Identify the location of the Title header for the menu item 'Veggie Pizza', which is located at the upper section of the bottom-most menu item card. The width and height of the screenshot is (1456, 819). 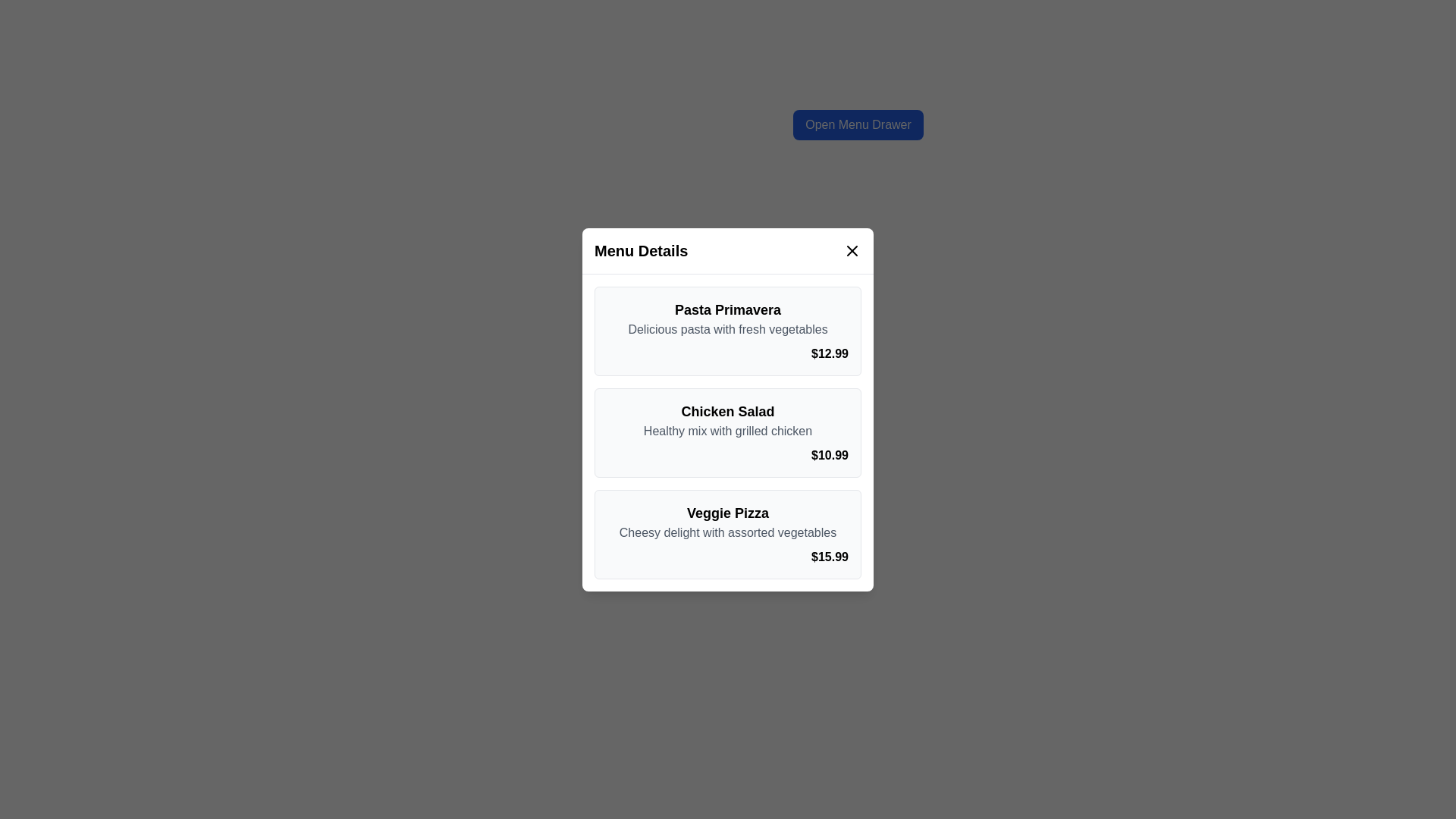
(728, 512).